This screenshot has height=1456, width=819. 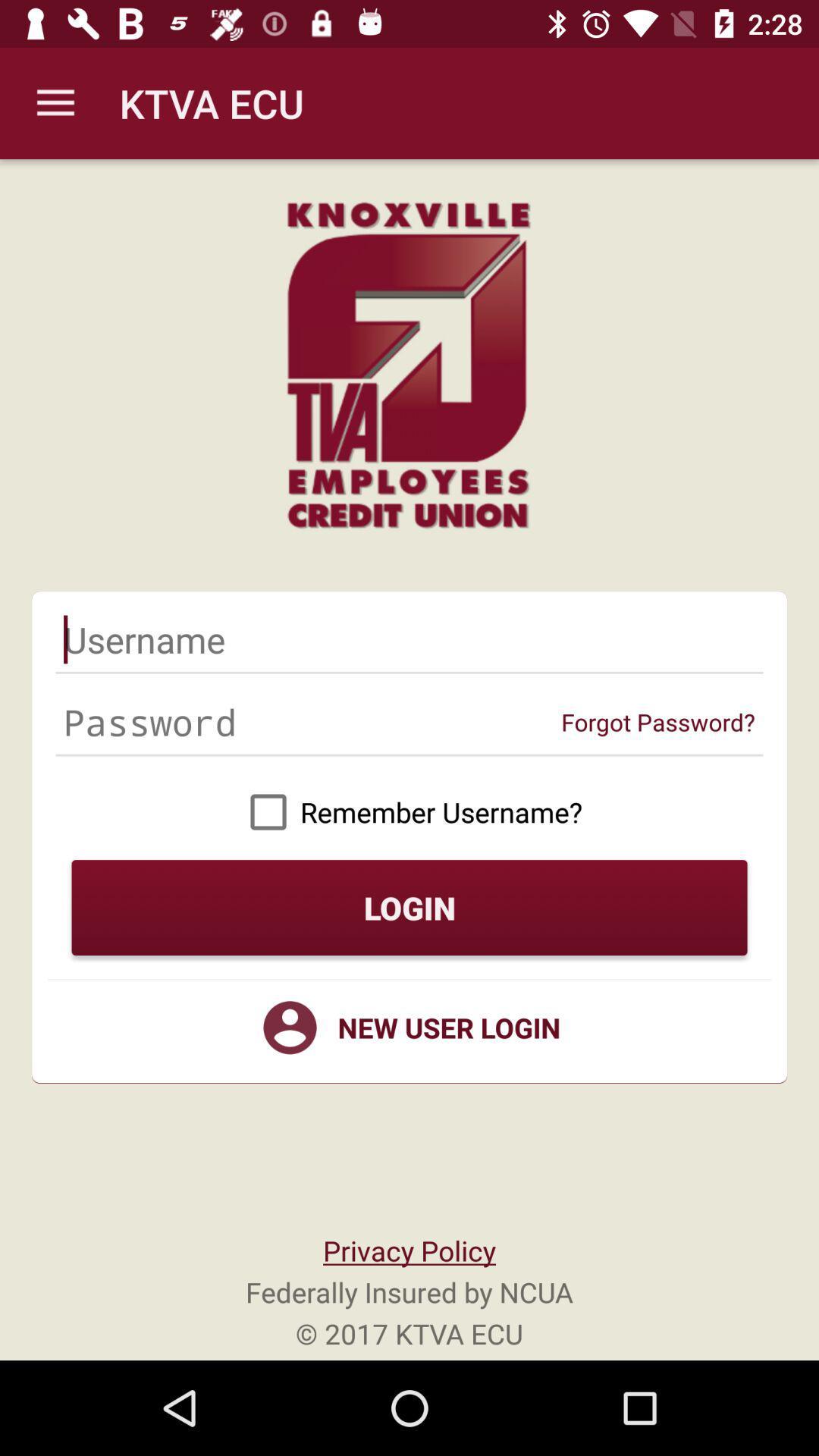 What do you see at coordinates (409, 1250) in the screenshot?
I see `privacy policy` at bounding box center [409, 1250].